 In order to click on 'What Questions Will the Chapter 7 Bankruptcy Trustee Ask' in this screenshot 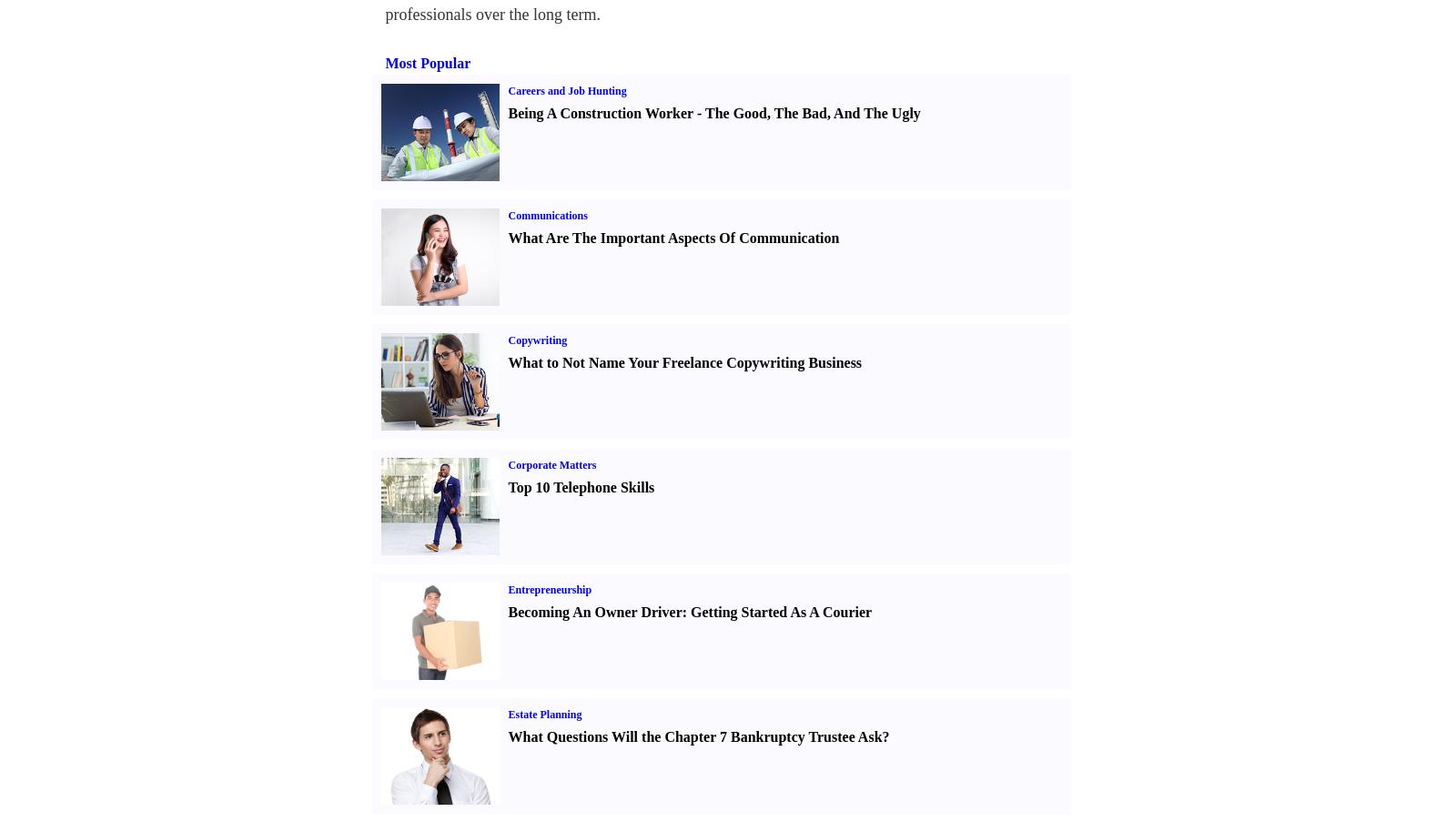, I will do `click(694, 736)`.